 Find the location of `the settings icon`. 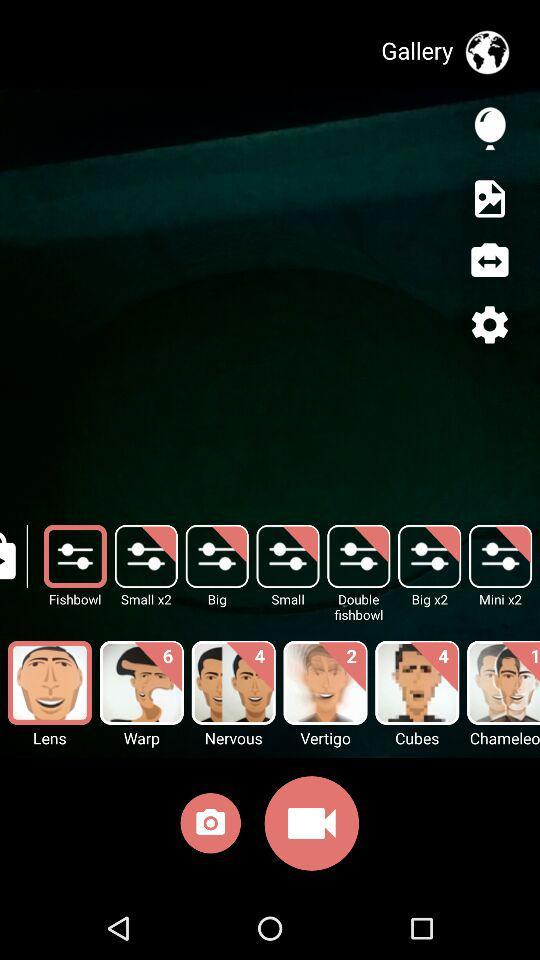

the settings icon is located at coordinates (488, 324).